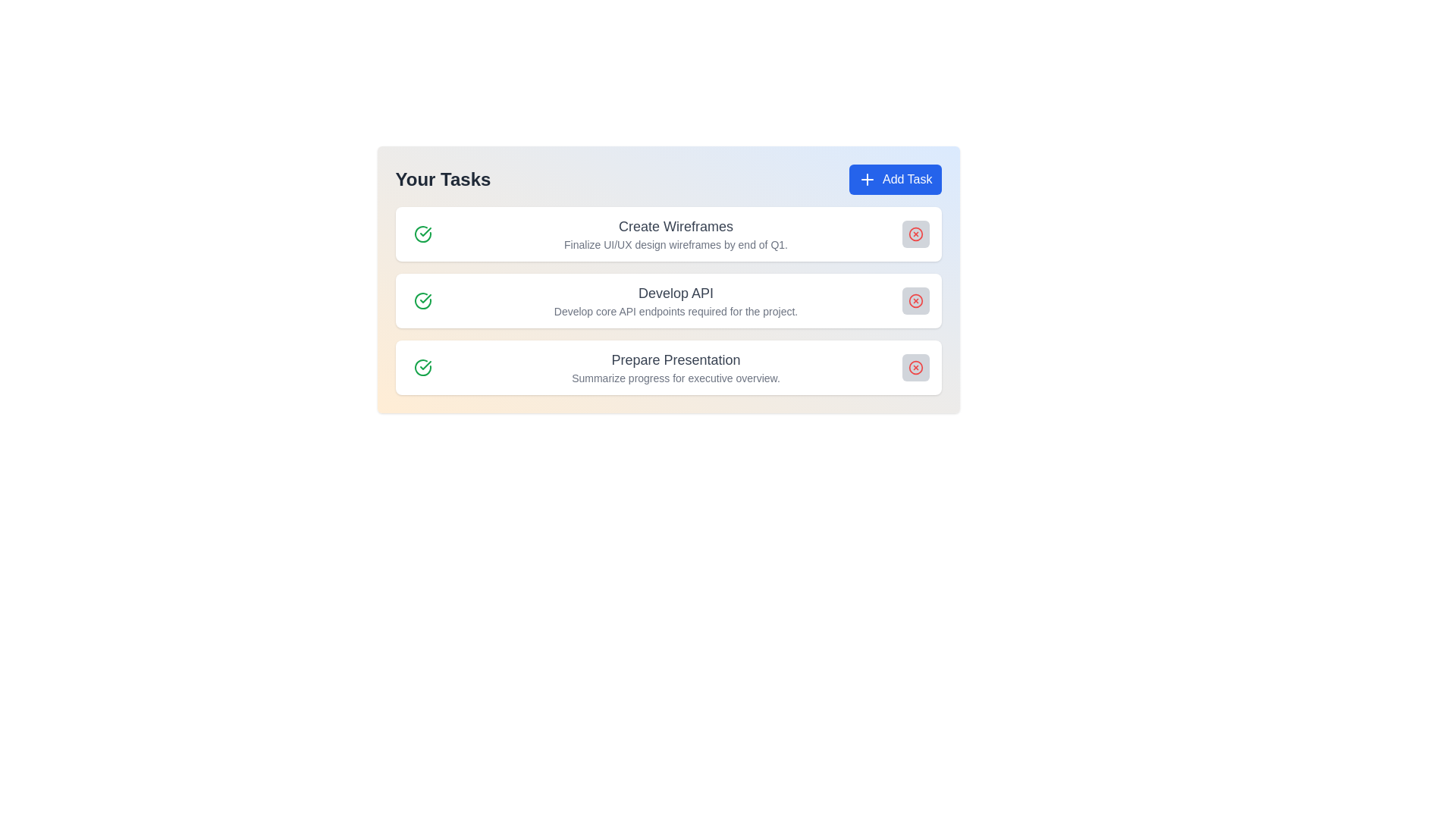  I want to click on the text label displaying 'Develop API', which is the central task title in the task list interface, so click(675, 293).